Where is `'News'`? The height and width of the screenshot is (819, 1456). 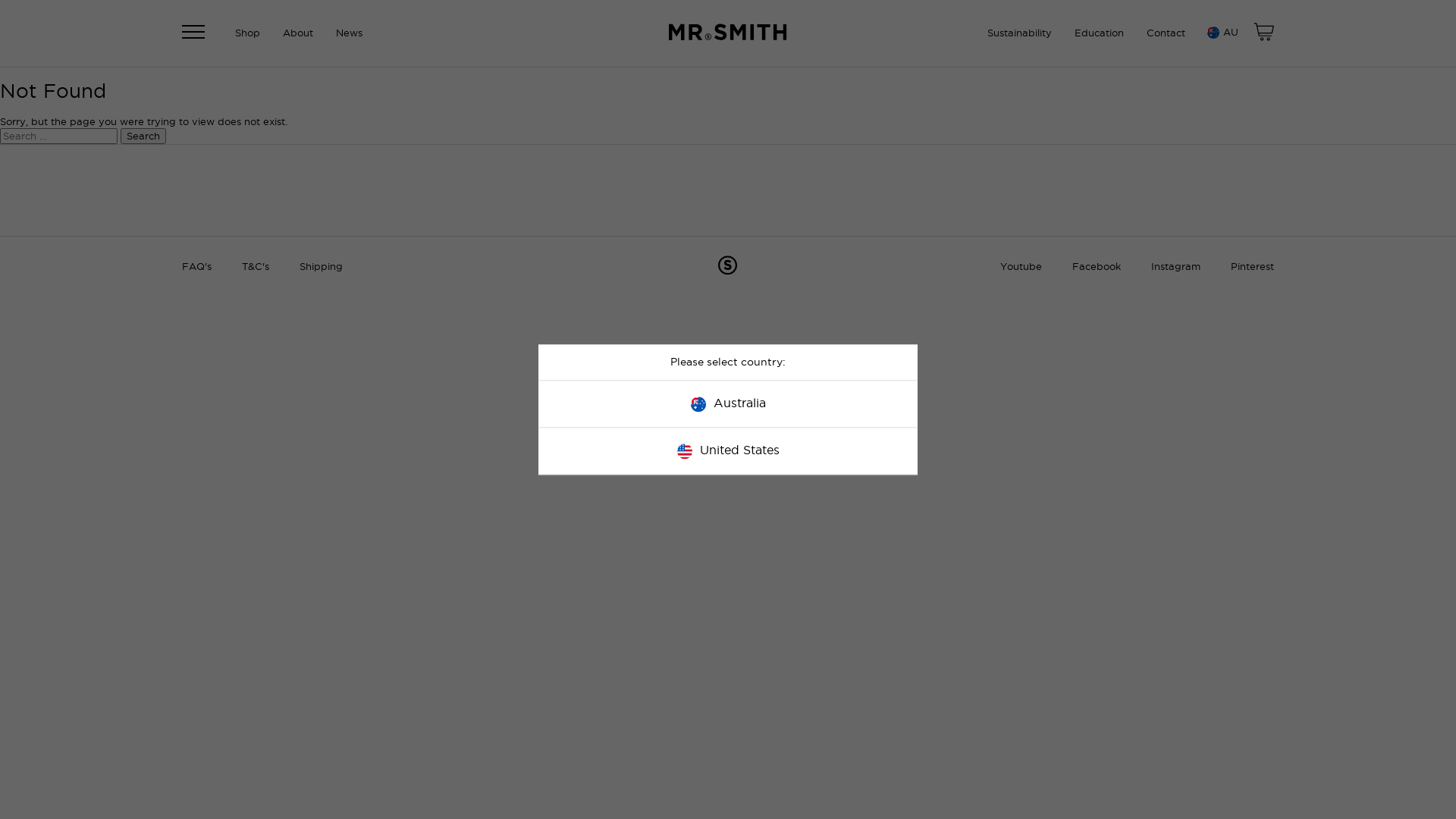
'News' is located at coordinates (348, 33).